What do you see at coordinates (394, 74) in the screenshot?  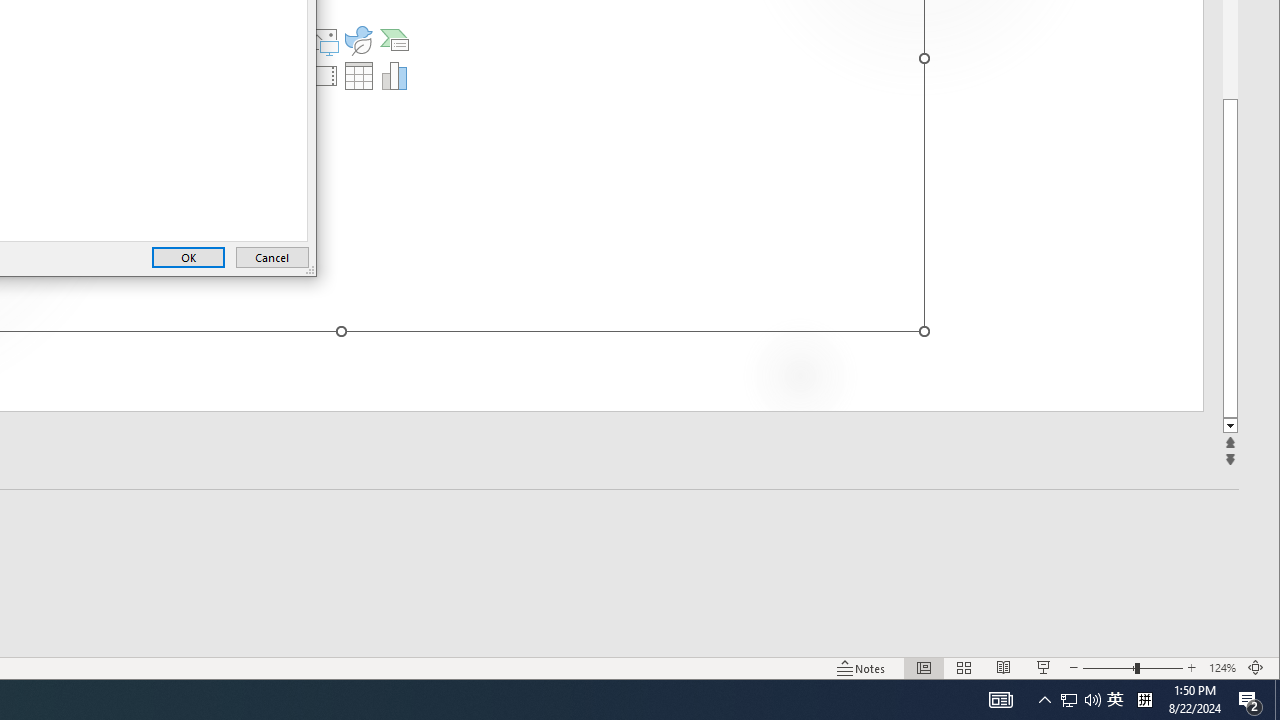 I see `'Insert Chart'` at bounding box center [394, 74].